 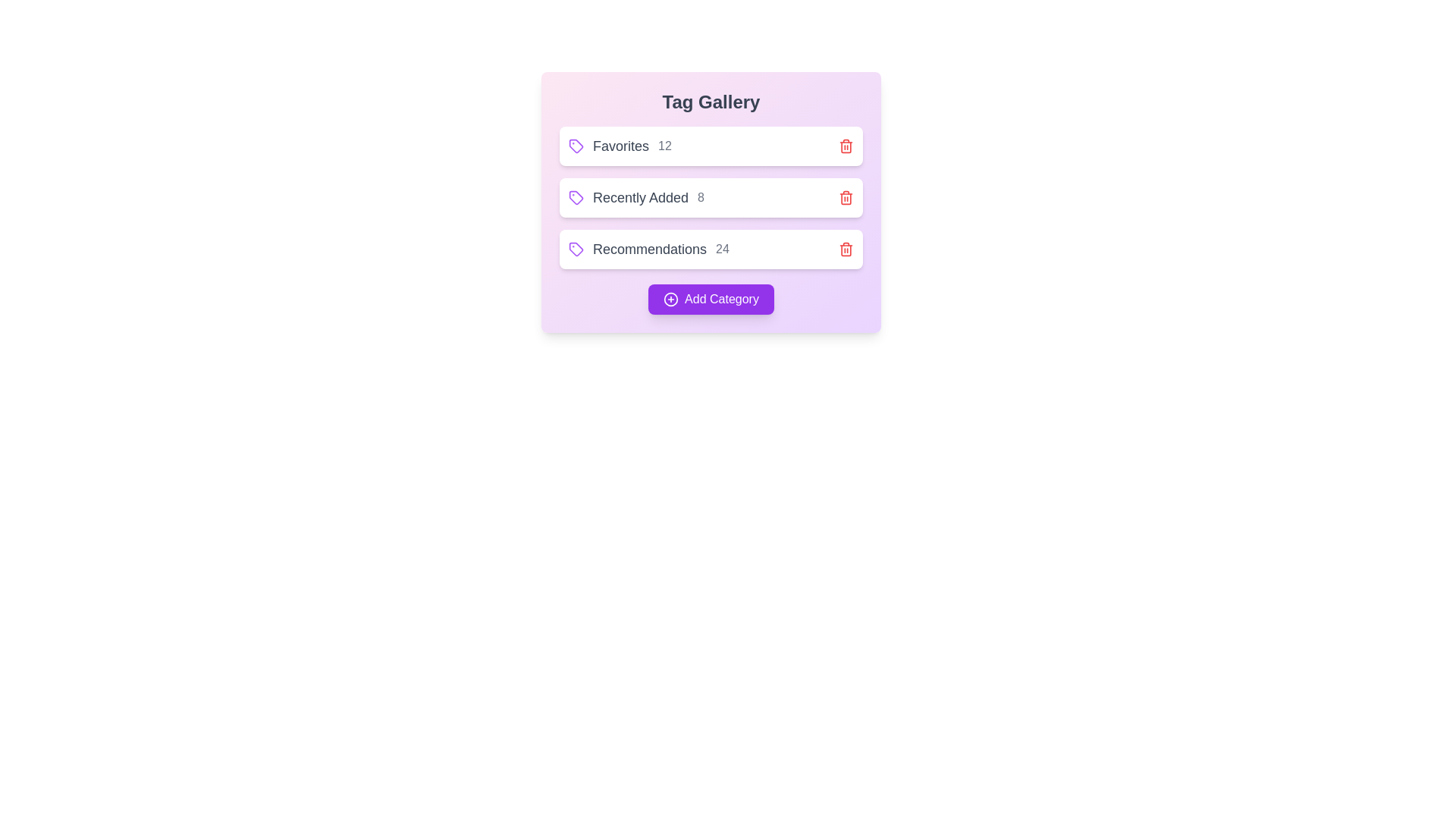 I want to click on the trash icon next to the tag labeled Recently Added to remove it, so click(x=846, y=197).